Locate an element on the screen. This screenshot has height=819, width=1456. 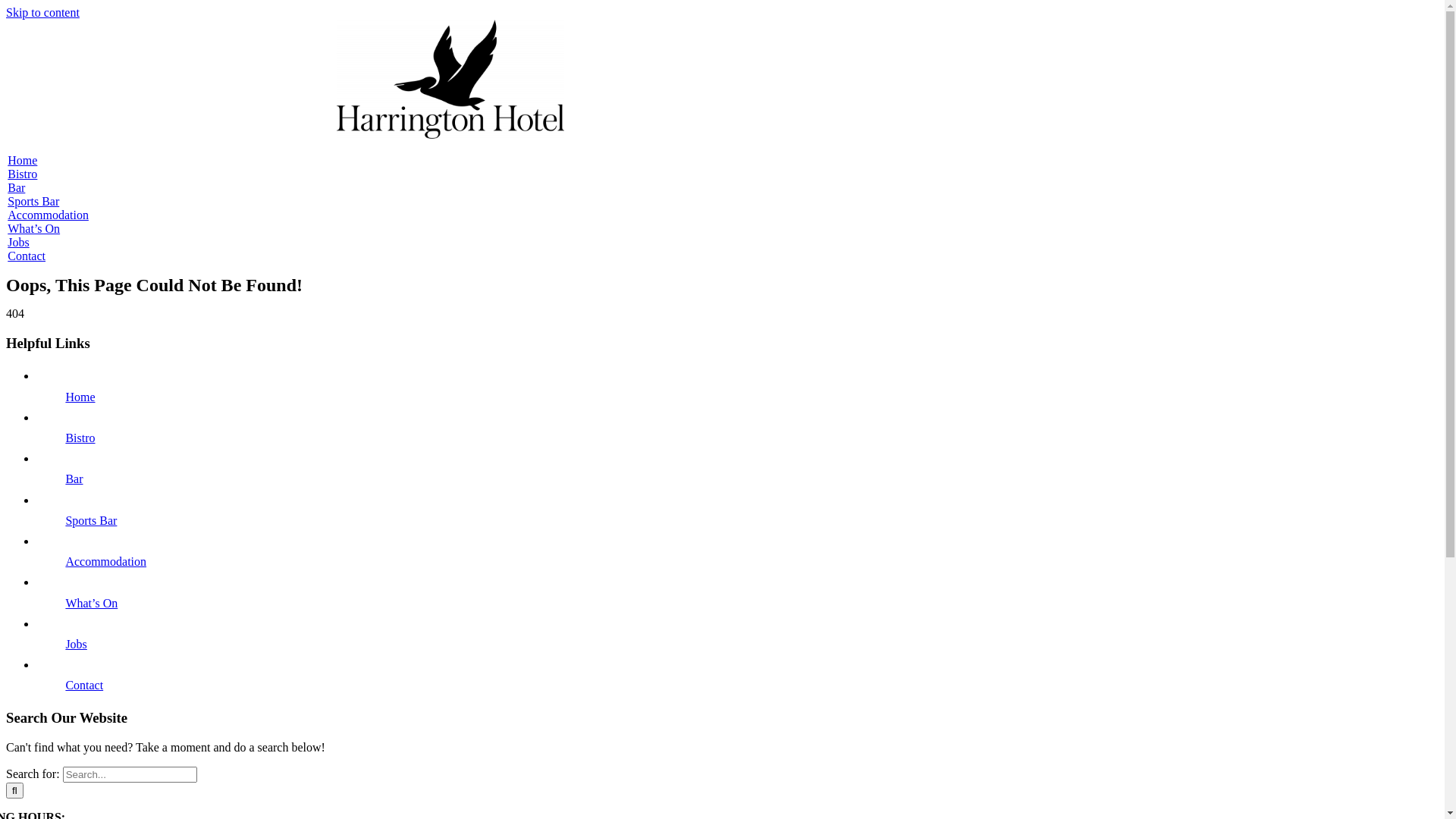
'Sports Bar' is located at coordinates (33, 200).